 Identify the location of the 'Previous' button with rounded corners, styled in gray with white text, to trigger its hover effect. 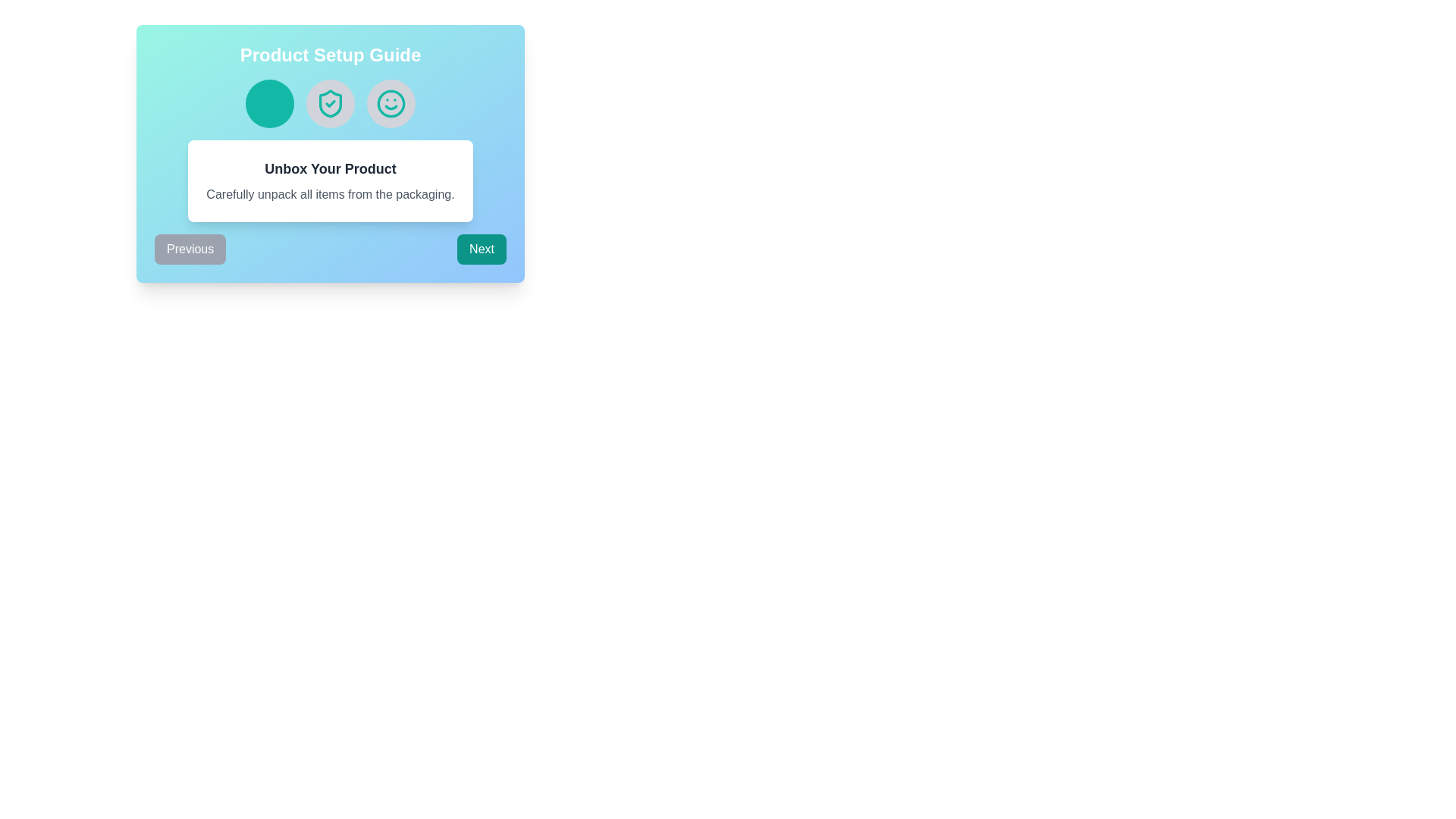
(190, 248).